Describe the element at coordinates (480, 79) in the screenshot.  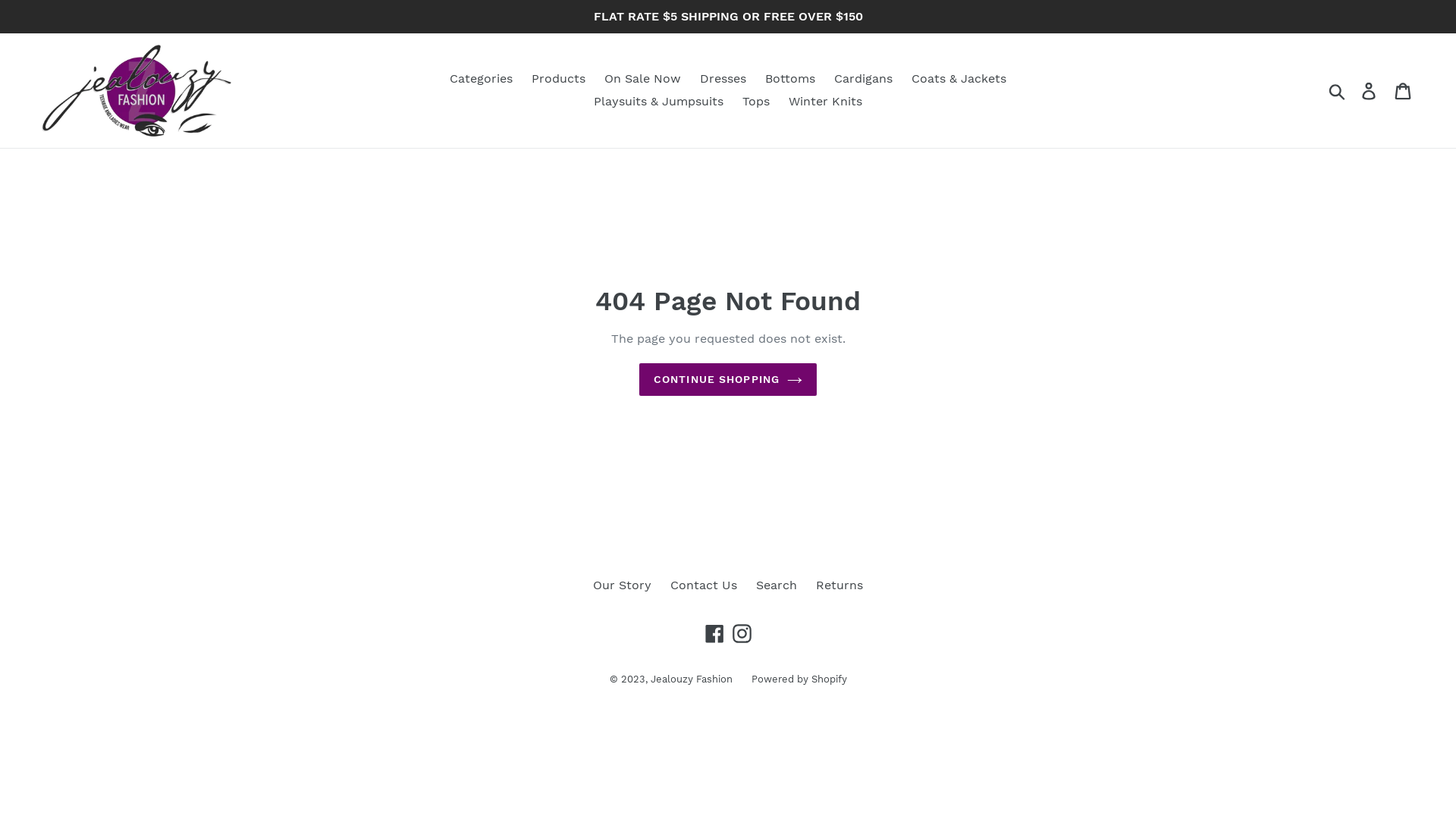
I see `'Categories'` at that location.